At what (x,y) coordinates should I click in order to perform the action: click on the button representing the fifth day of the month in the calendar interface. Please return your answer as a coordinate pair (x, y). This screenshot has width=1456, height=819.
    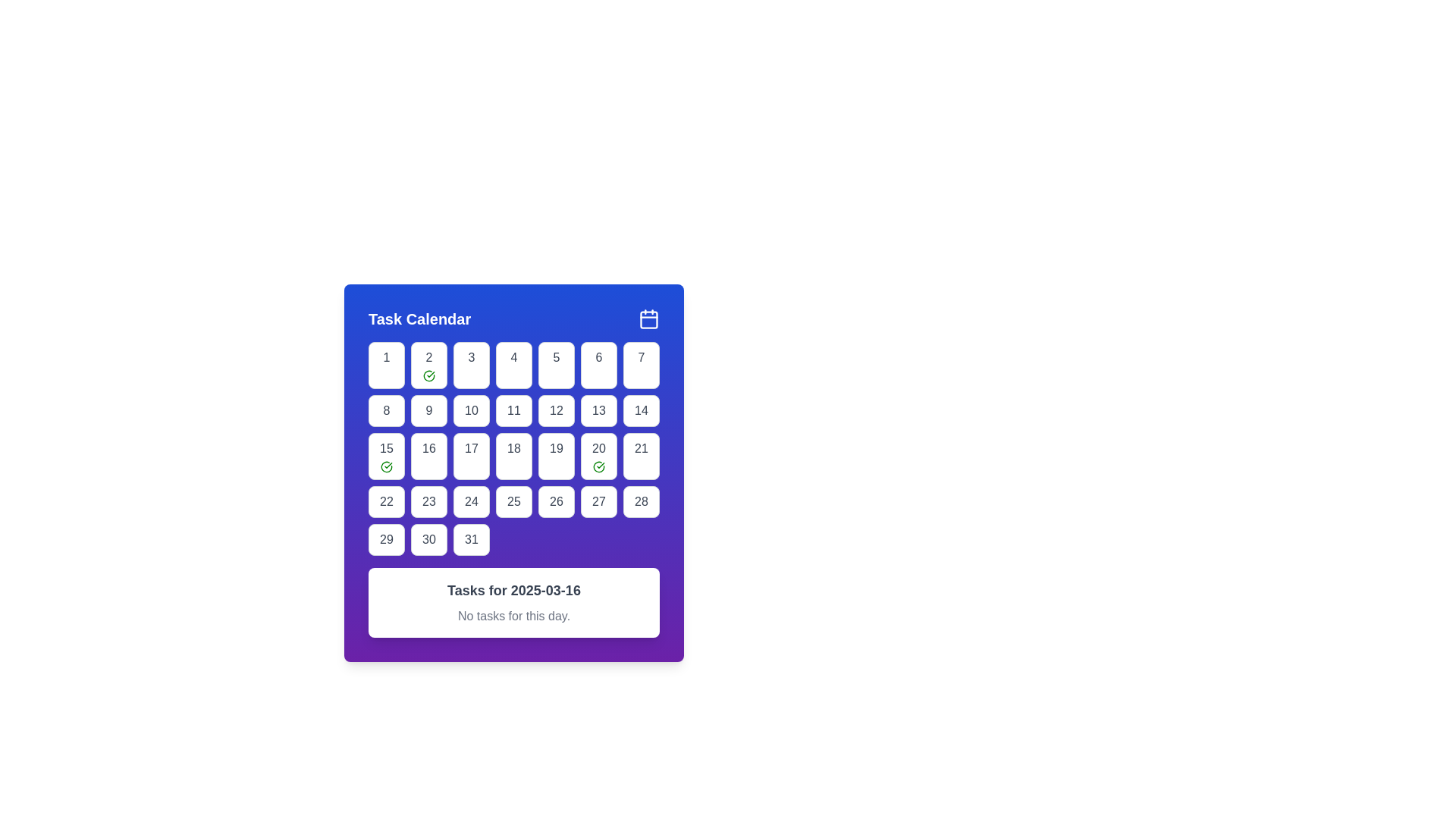
    Looking at the image, I should click on (556, 366).